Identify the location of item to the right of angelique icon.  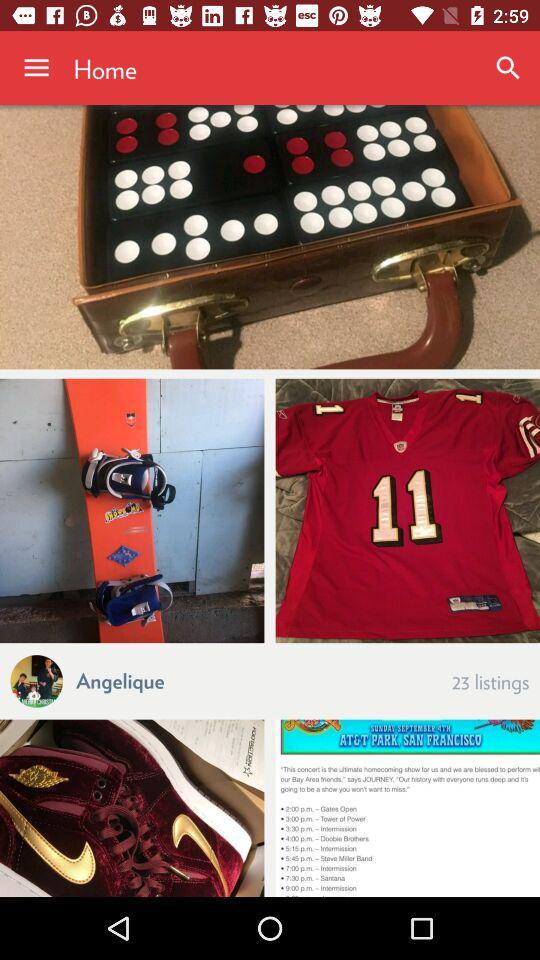
(489, 680).